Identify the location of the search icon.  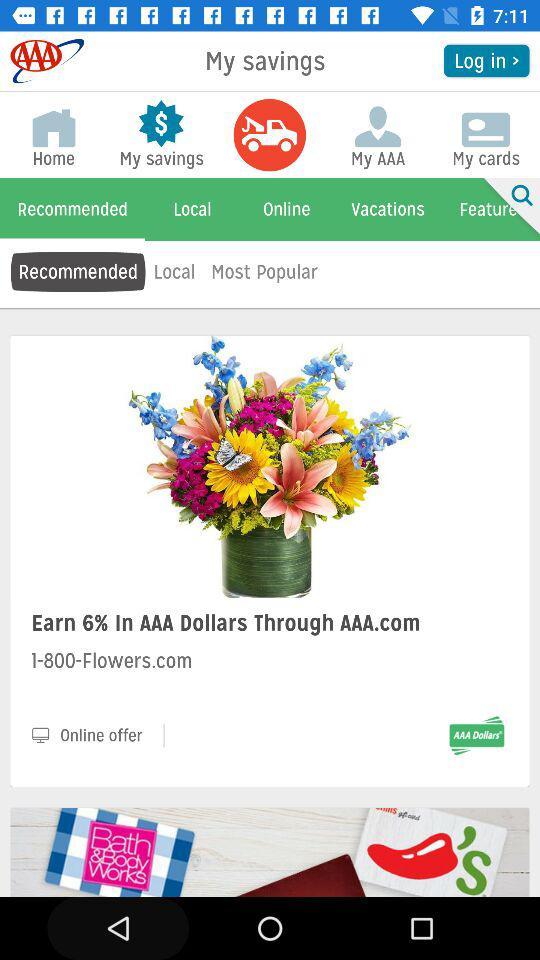
(508, 209).